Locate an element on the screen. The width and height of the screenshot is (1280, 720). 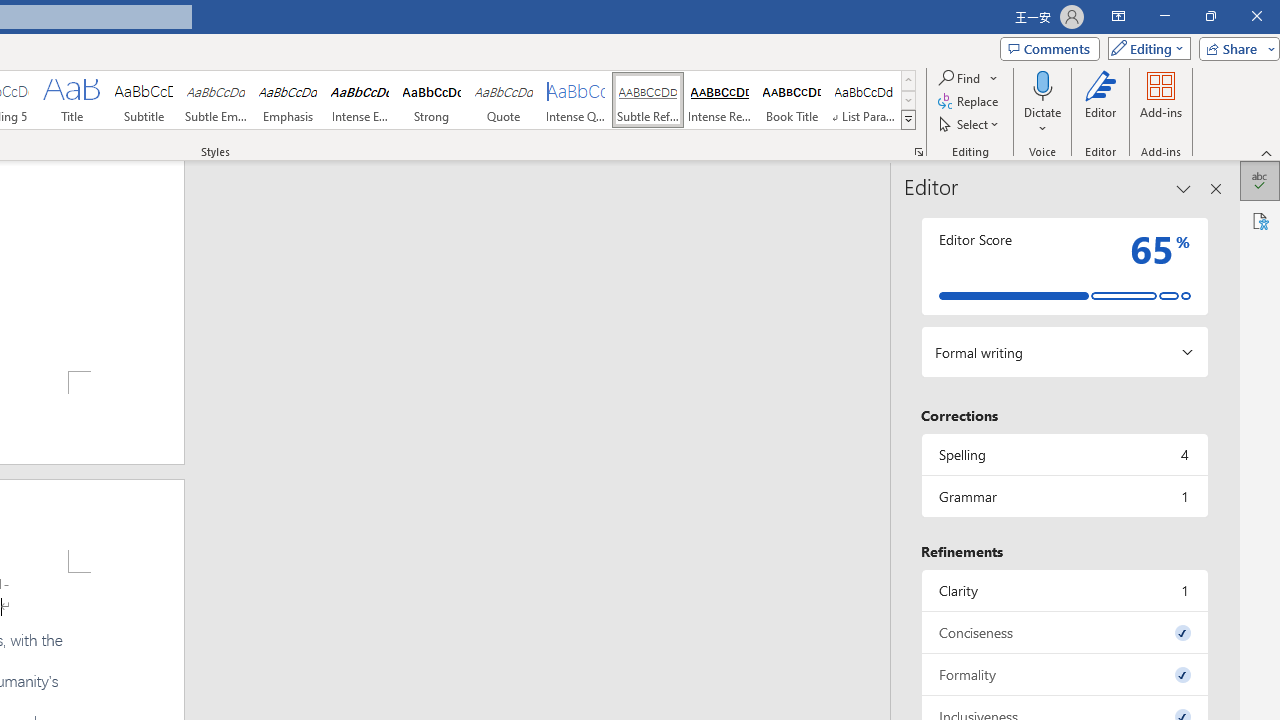
'Styles' is located at coordinates (907, 120).